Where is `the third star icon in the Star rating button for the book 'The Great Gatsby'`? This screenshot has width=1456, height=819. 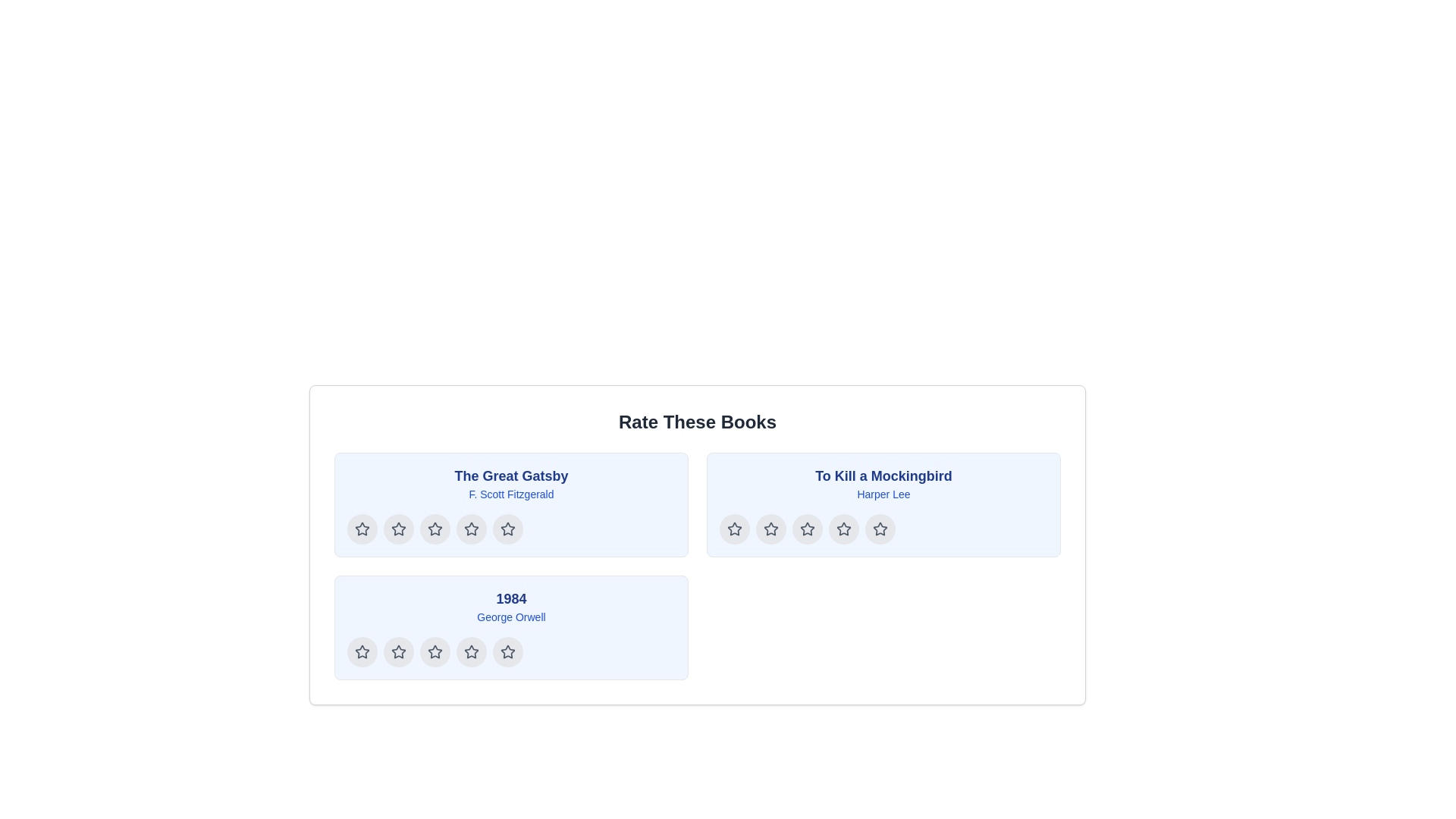 the third star icon in the Star rating button for the book 'The Great Gatsby' is located at coordinates (435, 529).